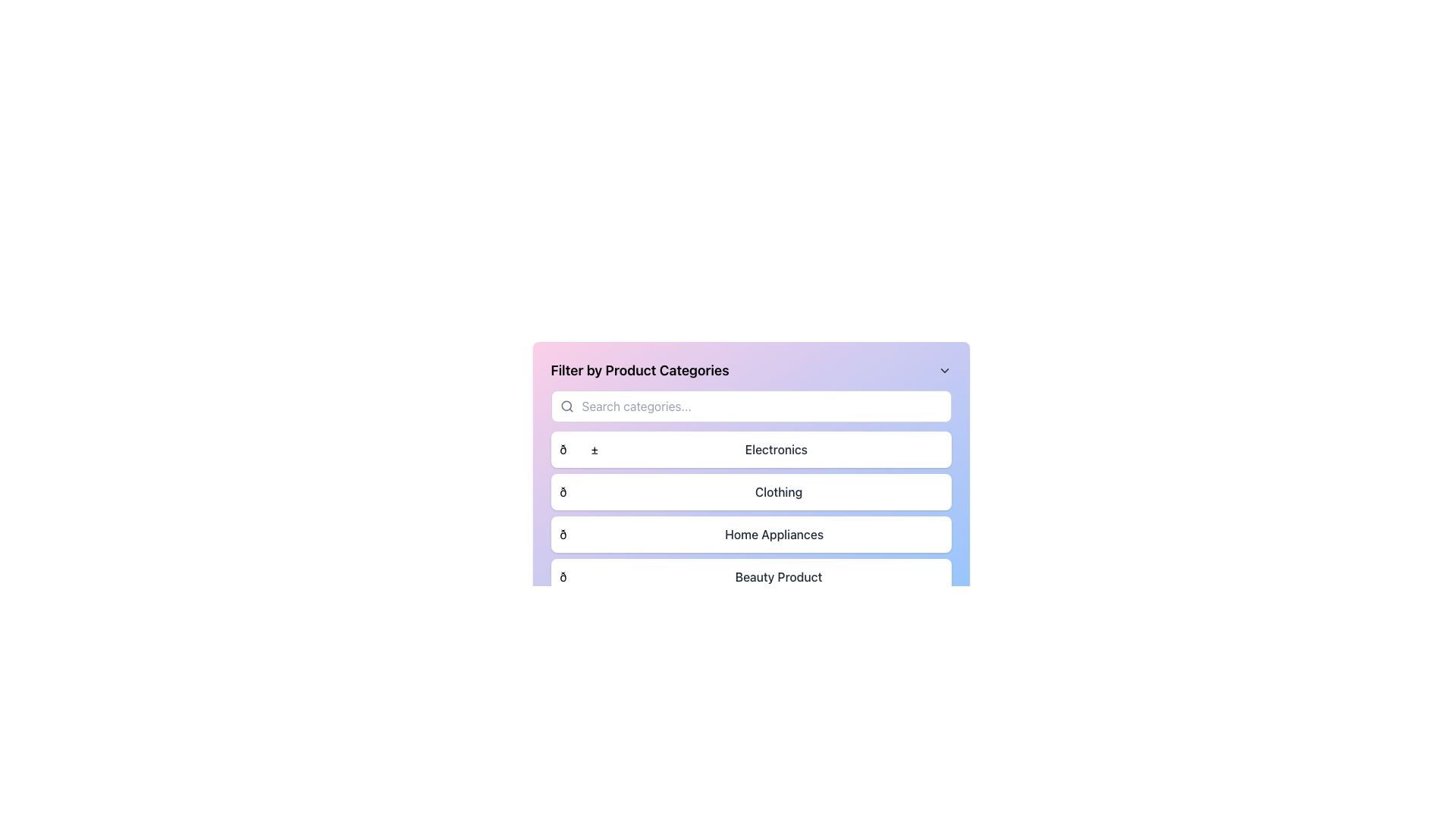 The image size is (1456, 819). Describe the element at coordinates (566, 406) in the screenshot. I see `the search icon resembling a magnifying glass located at the top-left corner of the search bar to understand the purpose of the input field` at that location.